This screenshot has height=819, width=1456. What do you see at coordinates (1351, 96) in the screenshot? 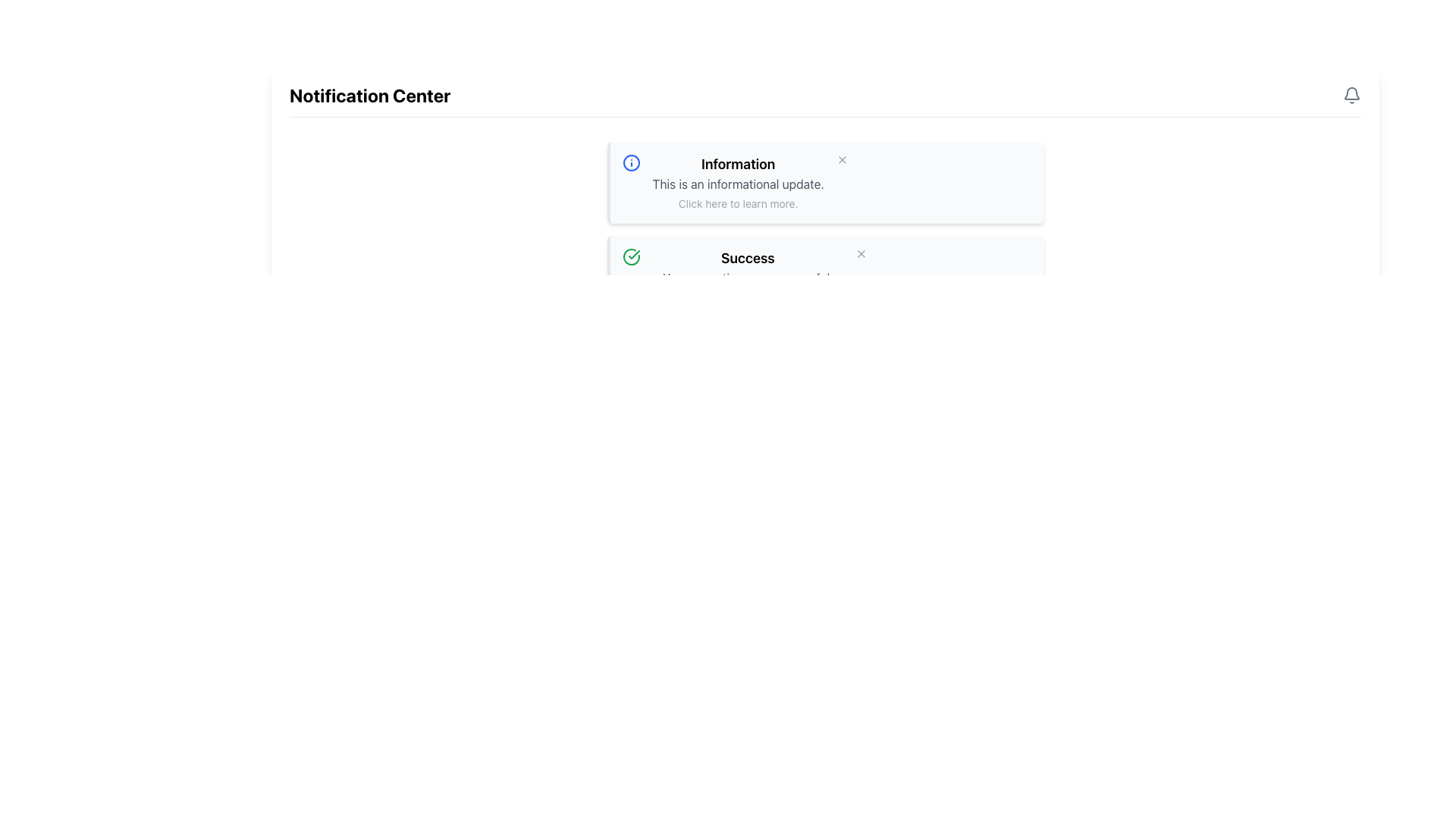
I see `the bell-shaped notification icon located in the top-right corner of the header section labeled 'Notification Center'` at bounding box center [1351, 96].